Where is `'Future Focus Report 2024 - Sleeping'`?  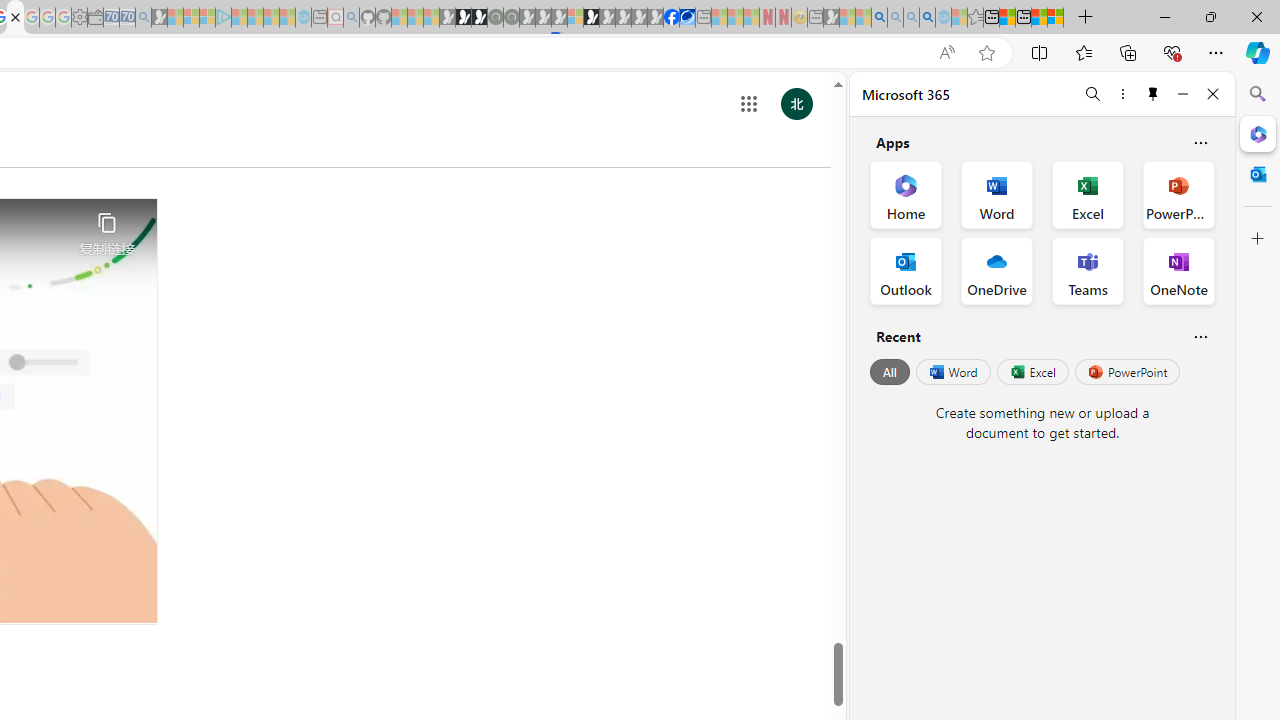
'Future Focus Report 2024 - Sleeping' is located at coordinates (511, 17).